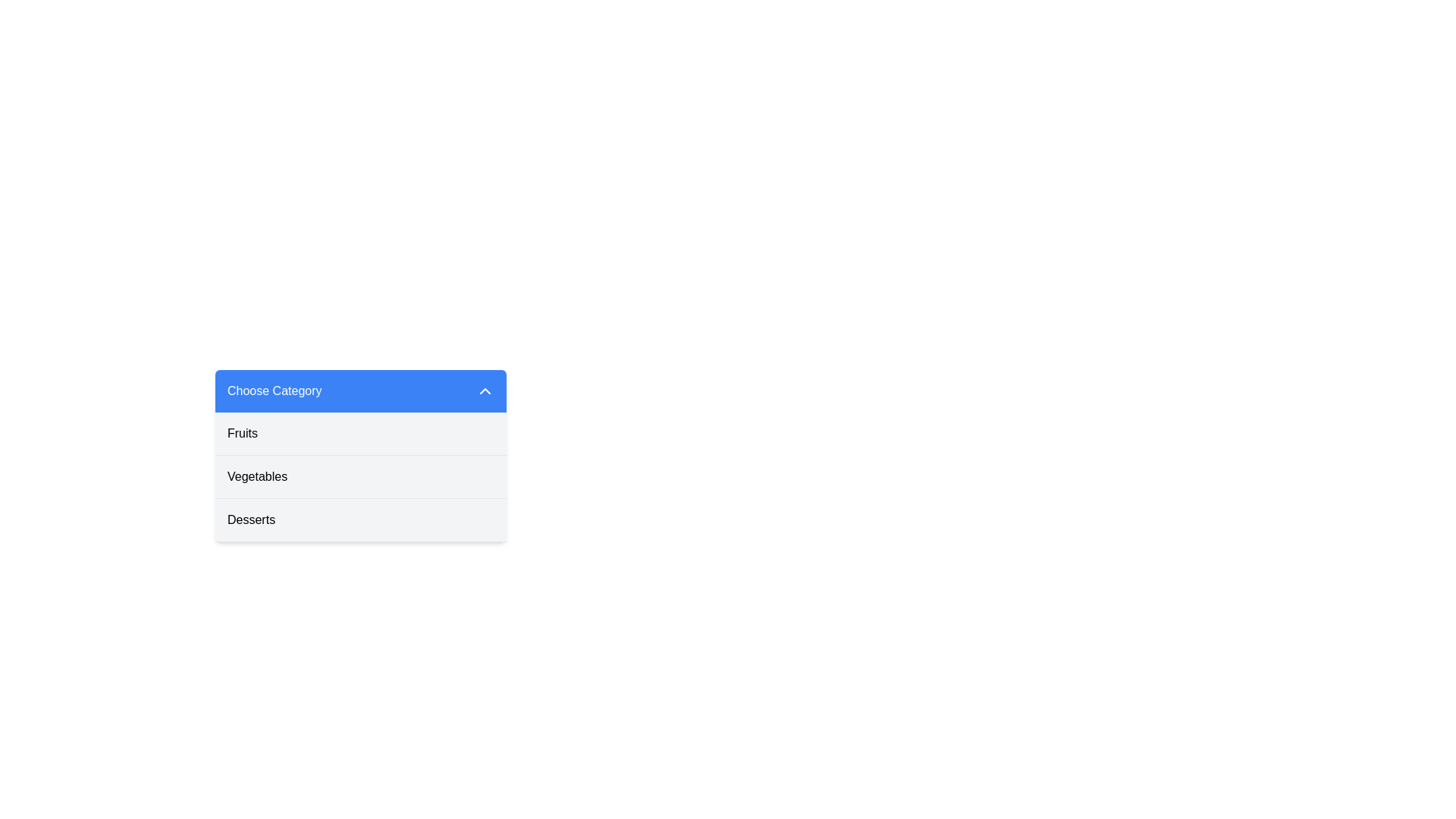 The image size is (1456, 819). Describe the element at coordinates (484, 391) in the screenshot. I see `the toggle icon located in the top-right corner of the blue header bar labeled 'Choose Category'` at that location.